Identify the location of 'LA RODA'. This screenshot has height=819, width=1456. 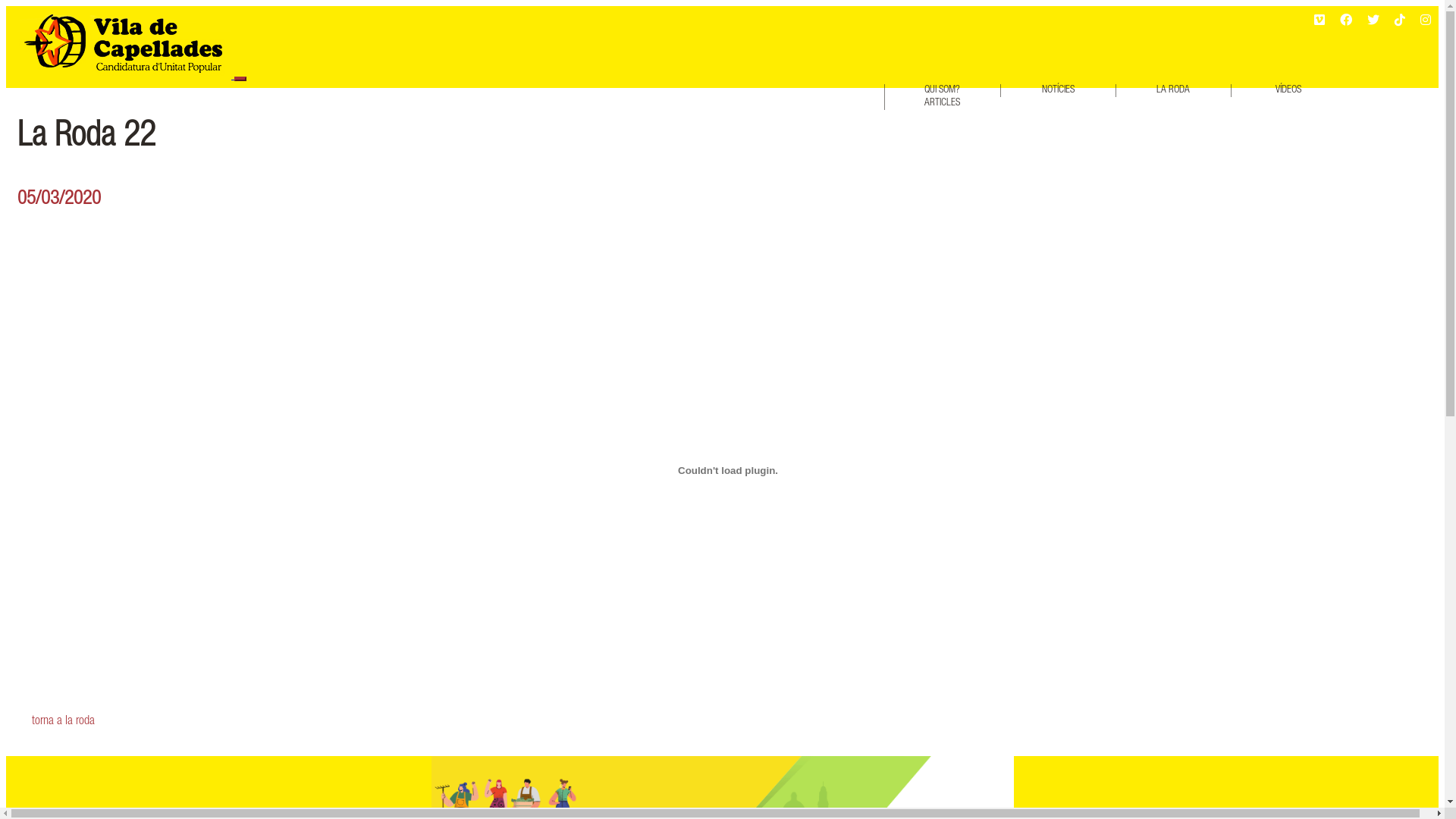
(1172, 90).